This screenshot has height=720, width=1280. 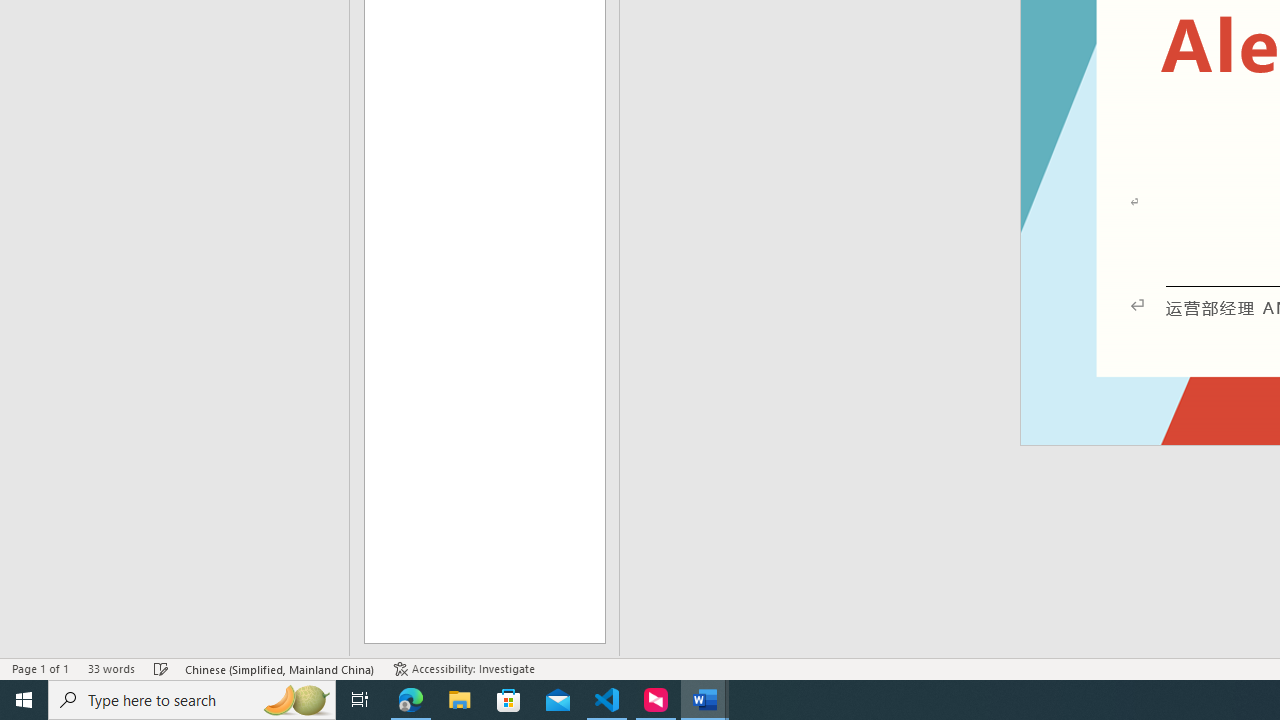 What do you see at coordinates (705, 698) in the screenshot?
I see `'Word - 2 running windows'` at bounding box center [705, 698].